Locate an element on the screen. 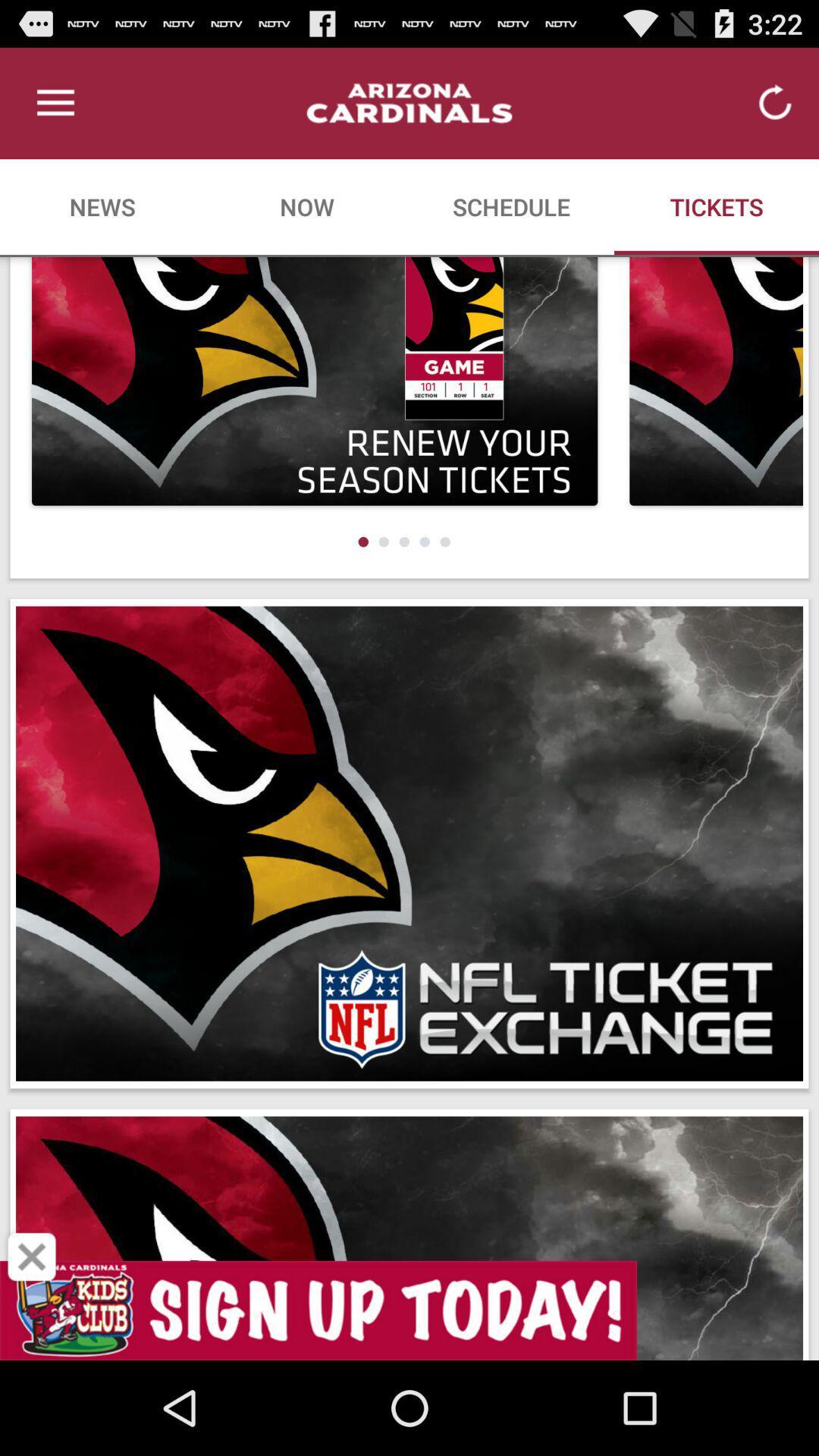 The height and width of the screenshot is (1456, 819). favorite is located at coordinates (32, 1257).